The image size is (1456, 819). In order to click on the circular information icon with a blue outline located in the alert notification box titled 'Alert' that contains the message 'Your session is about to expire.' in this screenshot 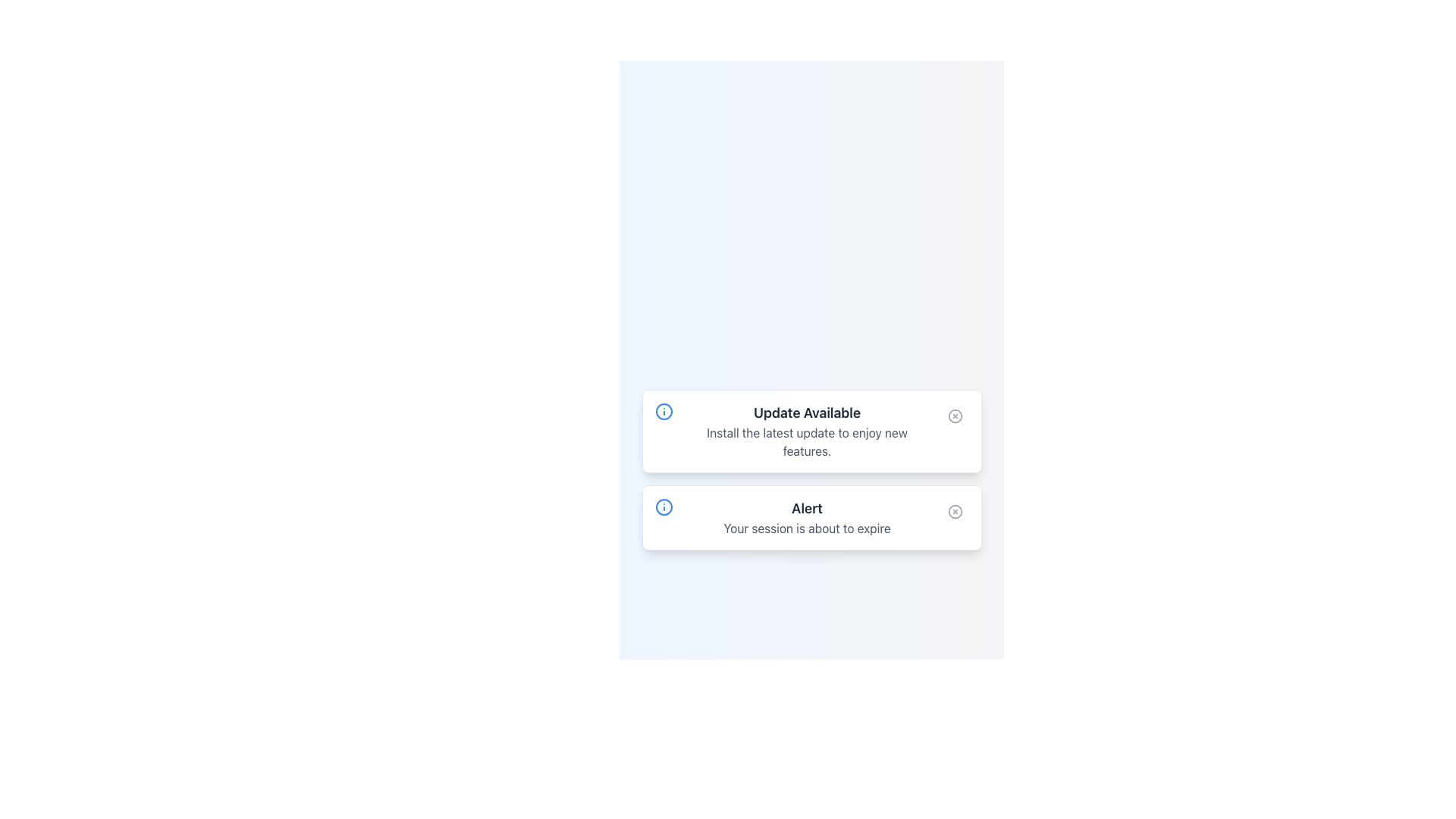, I will do `click(664, 507)`.